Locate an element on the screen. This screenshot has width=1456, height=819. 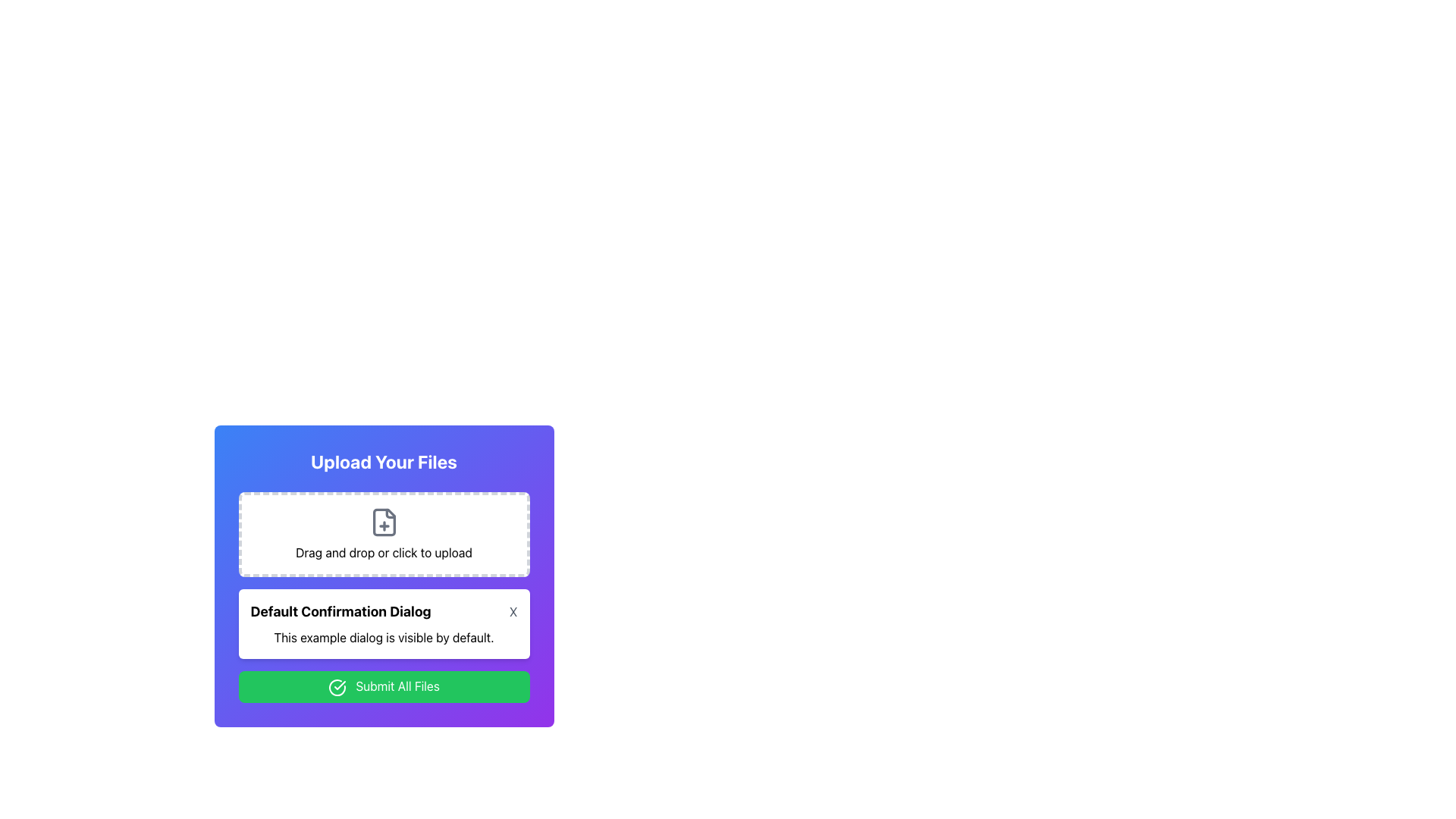
the dialog box that provides information or feedback to the user, located at the center of the interface, below the 'Drag and drop or click to upload' section and above the 'Submit All Files' button is located at coordinates (384, 623).